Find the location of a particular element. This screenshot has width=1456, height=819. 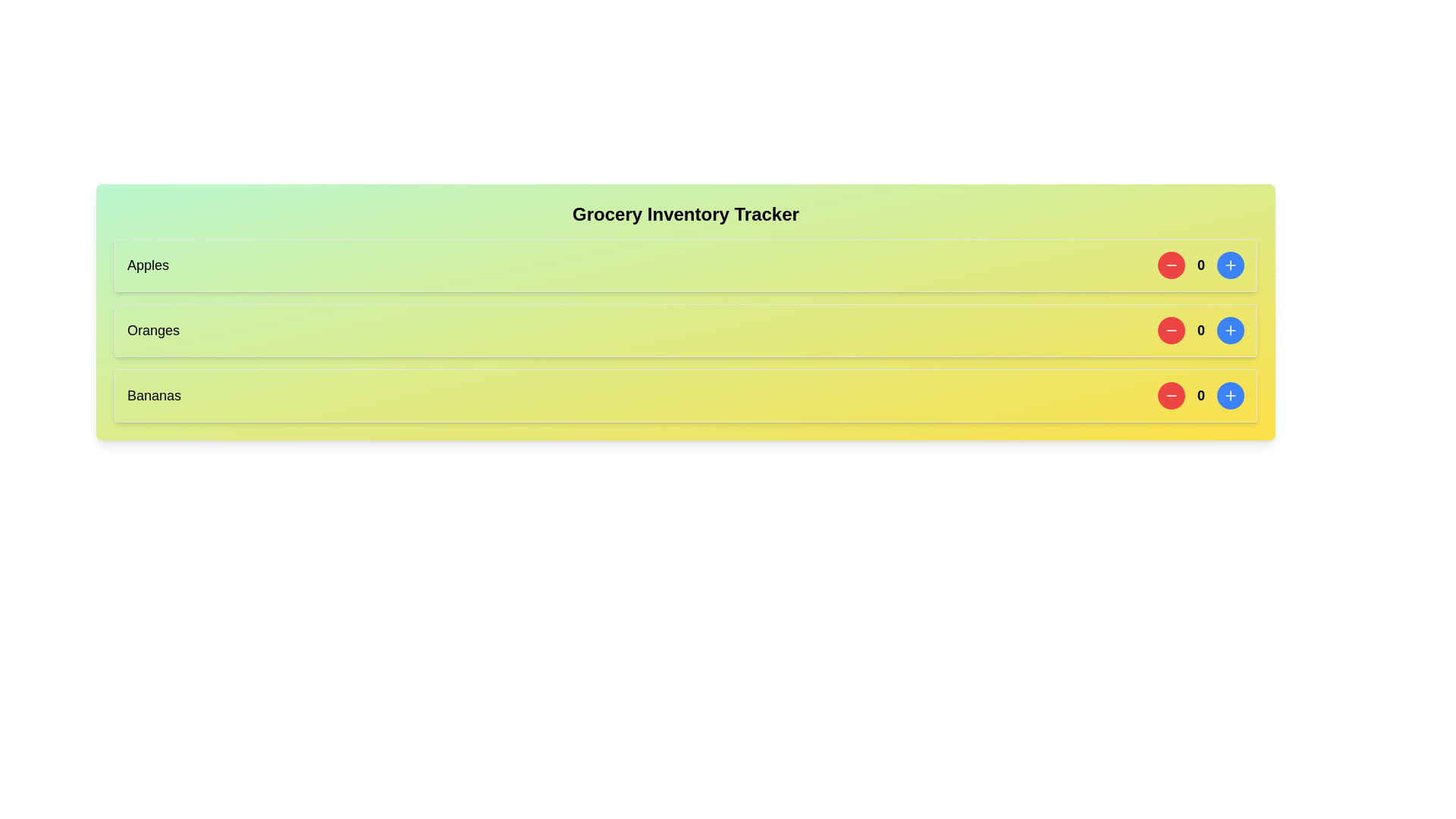

the red minus button to decrement the count of the selected item is located at coordinates (1171, 265).